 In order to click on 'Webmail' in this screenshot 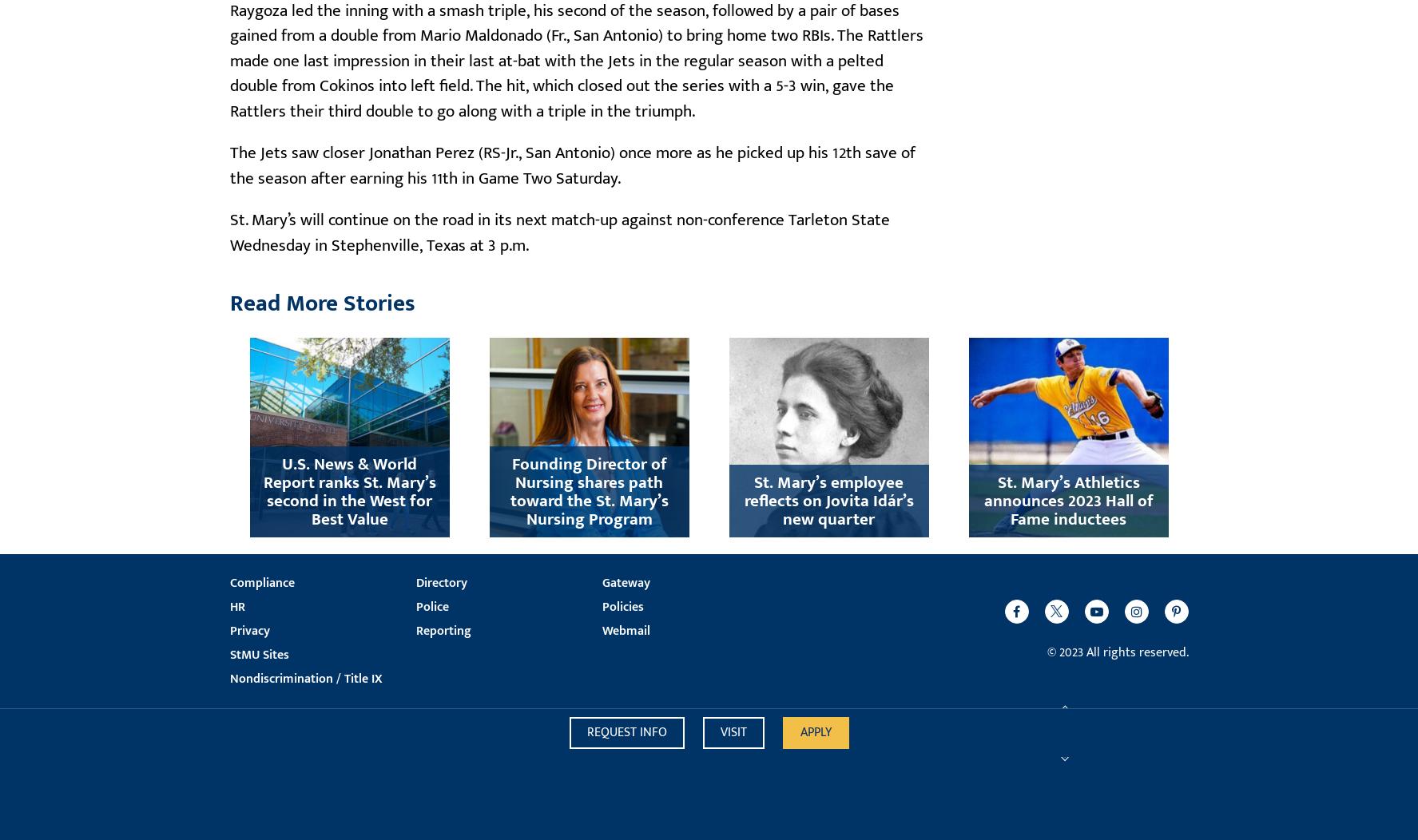, I will do `click(626, 630)`.